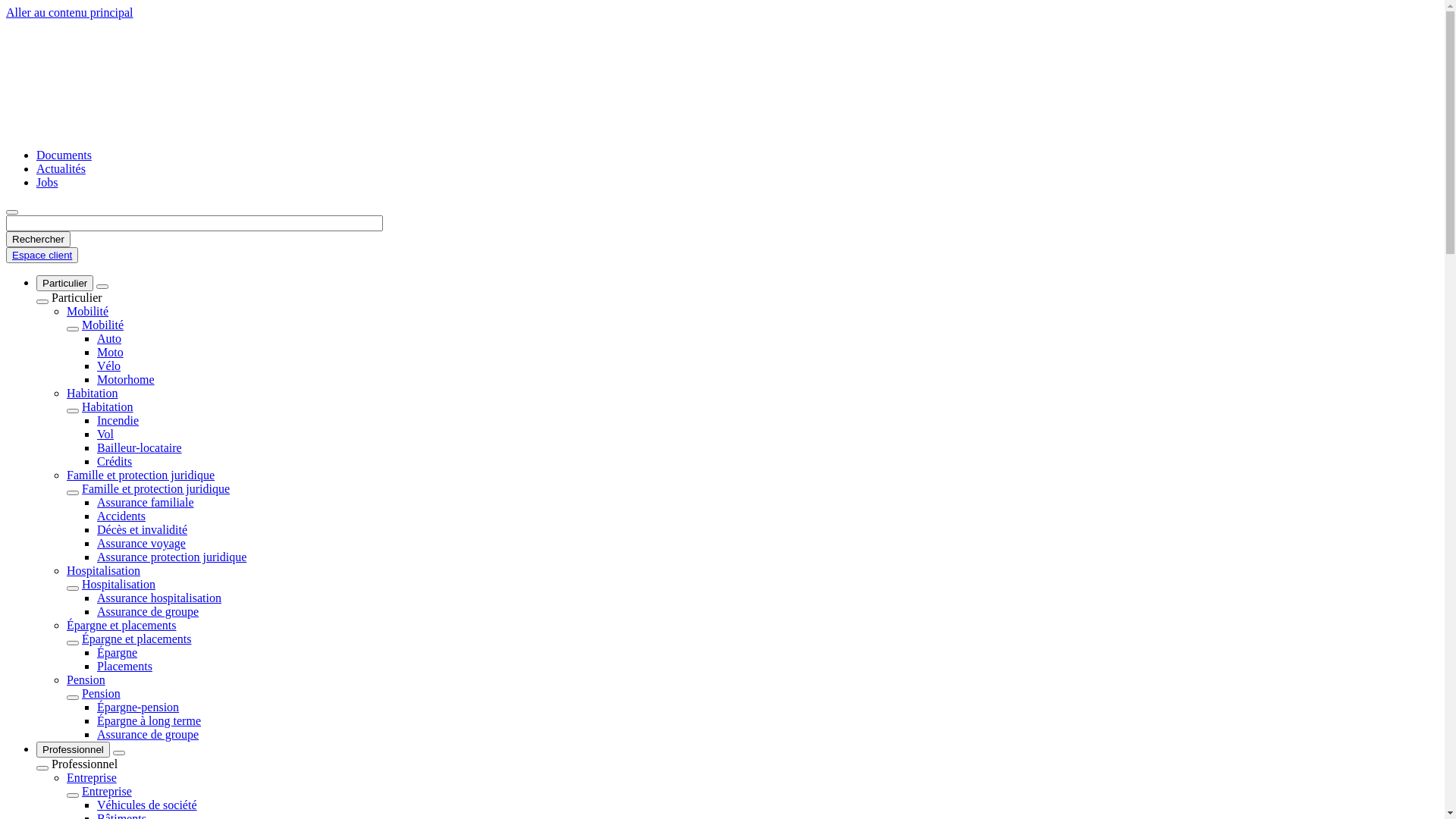 The height and width of the screenshot is (819, 1456). What do you see at coordinates (141, 542) in the screenshot?
I see `'Assurance voyage'` at bounding box center [141, 542].